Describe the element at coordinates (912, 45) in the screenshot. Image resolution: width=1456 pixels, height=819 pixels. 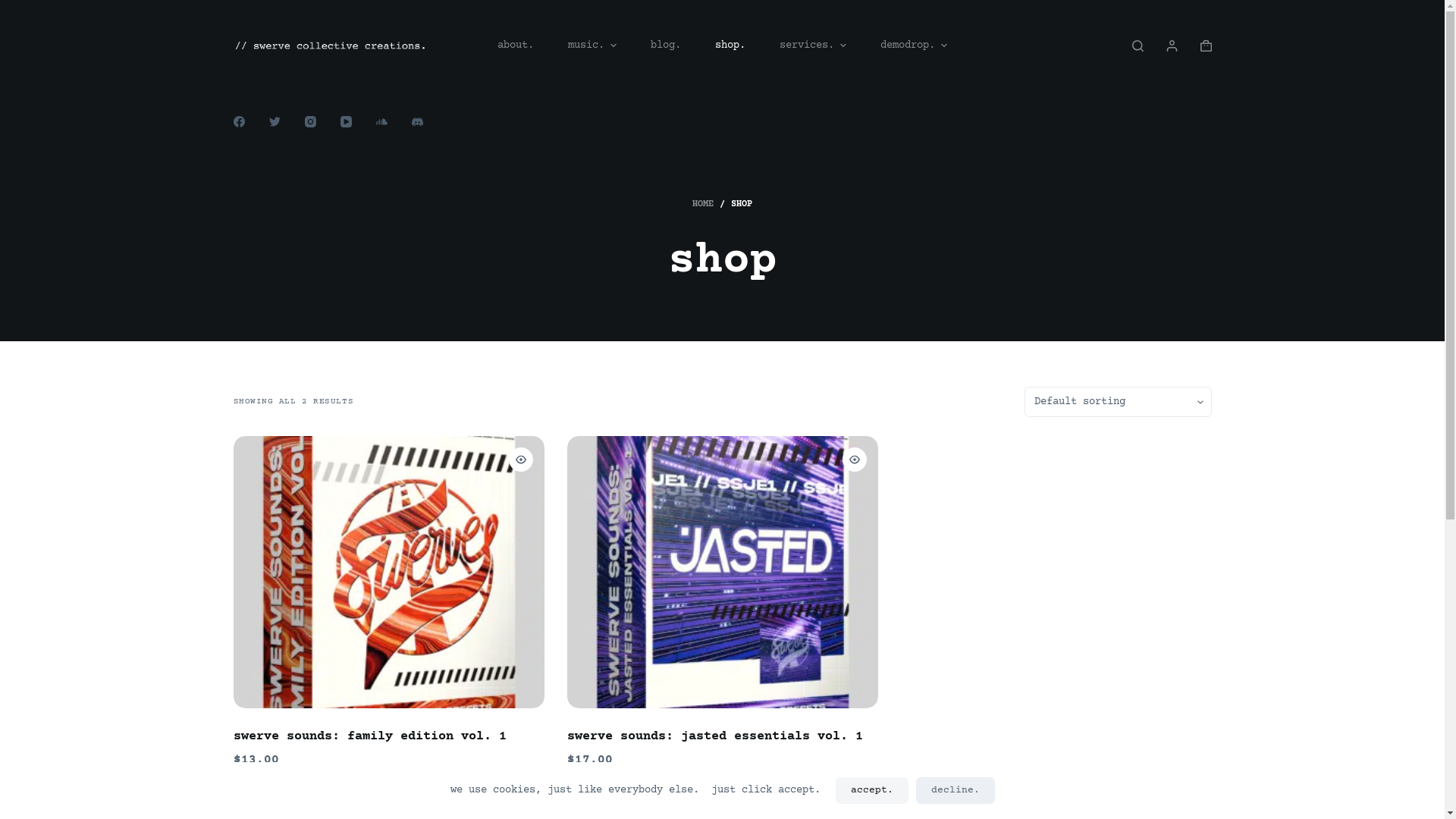
I see `'demodrop.'` at that location.